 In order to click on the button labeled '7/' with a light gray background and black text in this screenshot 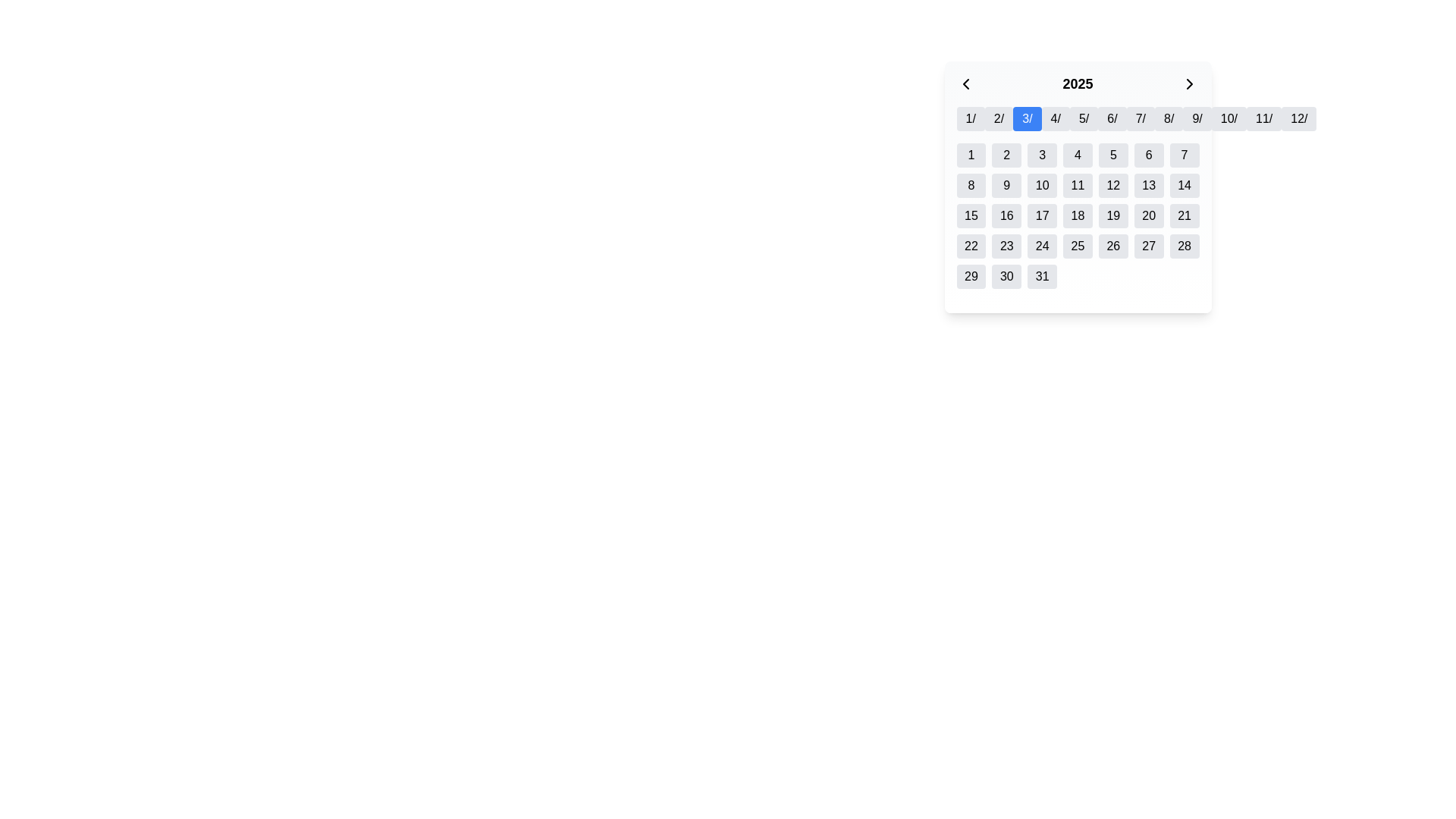, I will do `click(1141, 118)`.